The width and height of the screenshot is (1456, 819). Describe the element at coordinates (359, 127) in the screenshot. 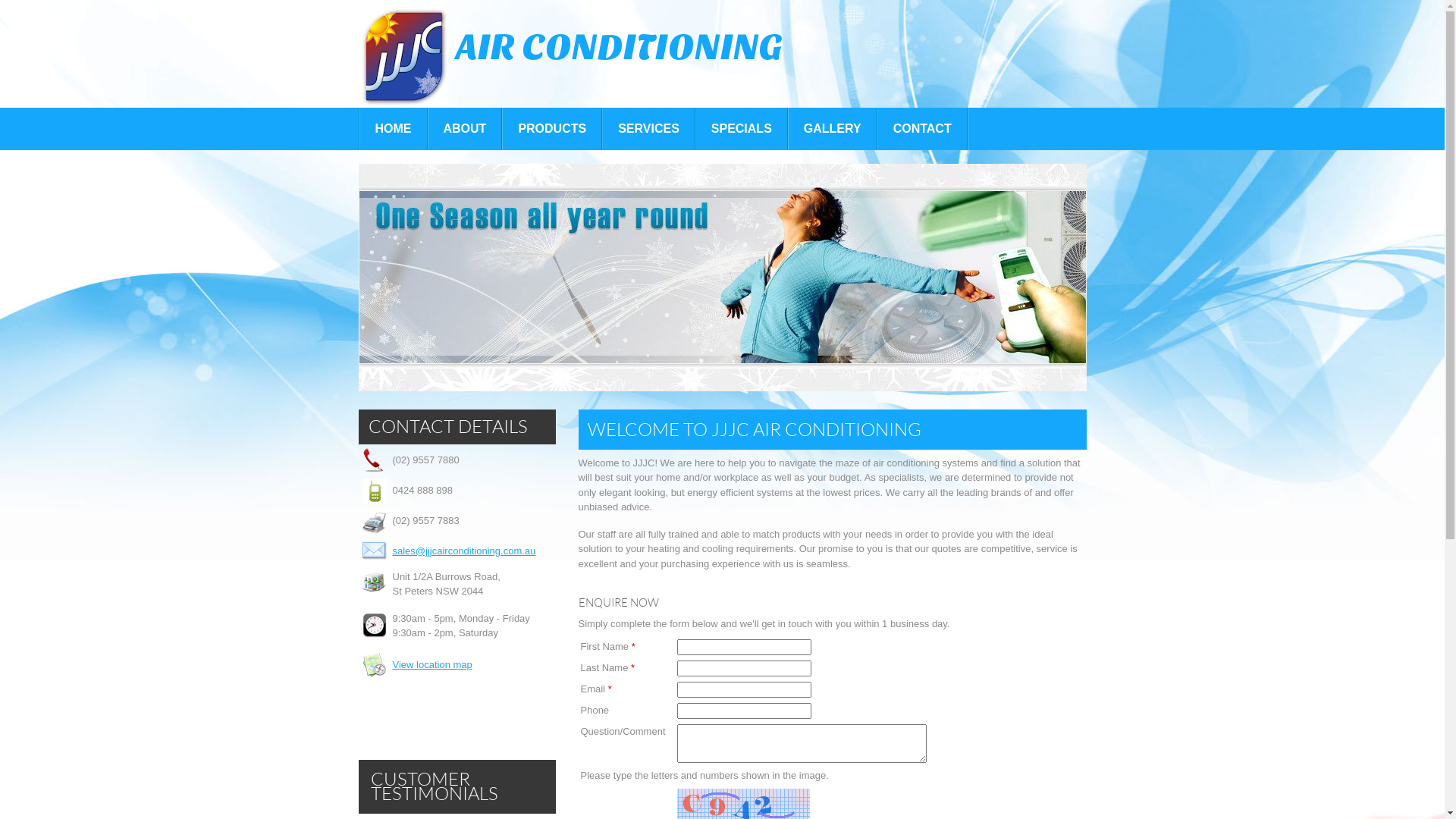

I see `'HOME'` at that location.